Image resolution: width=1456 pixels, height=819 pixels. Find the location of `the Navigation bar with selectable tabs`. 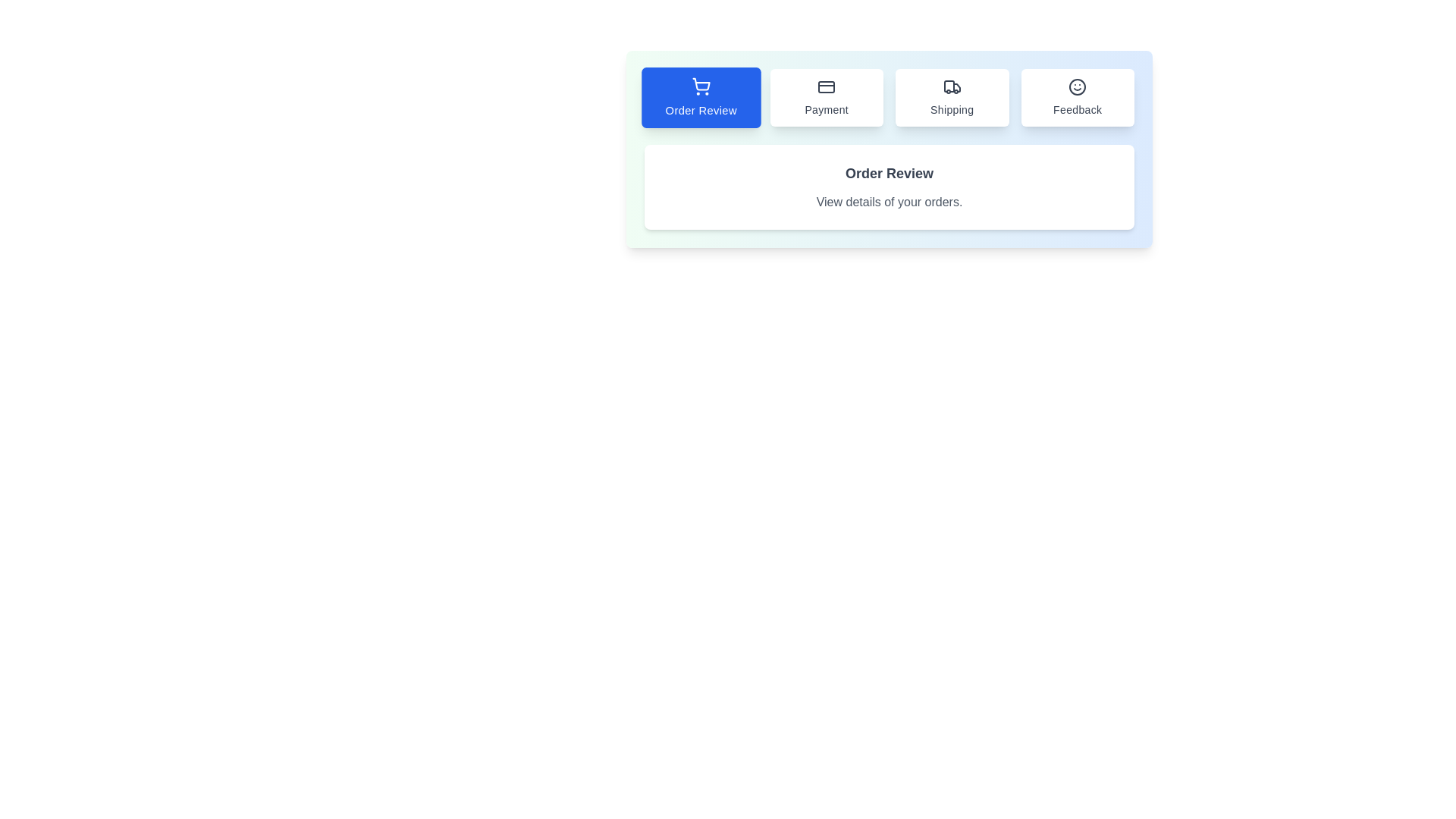

the Navigation bar with selectable tabs is located at coordinates (889, 97).